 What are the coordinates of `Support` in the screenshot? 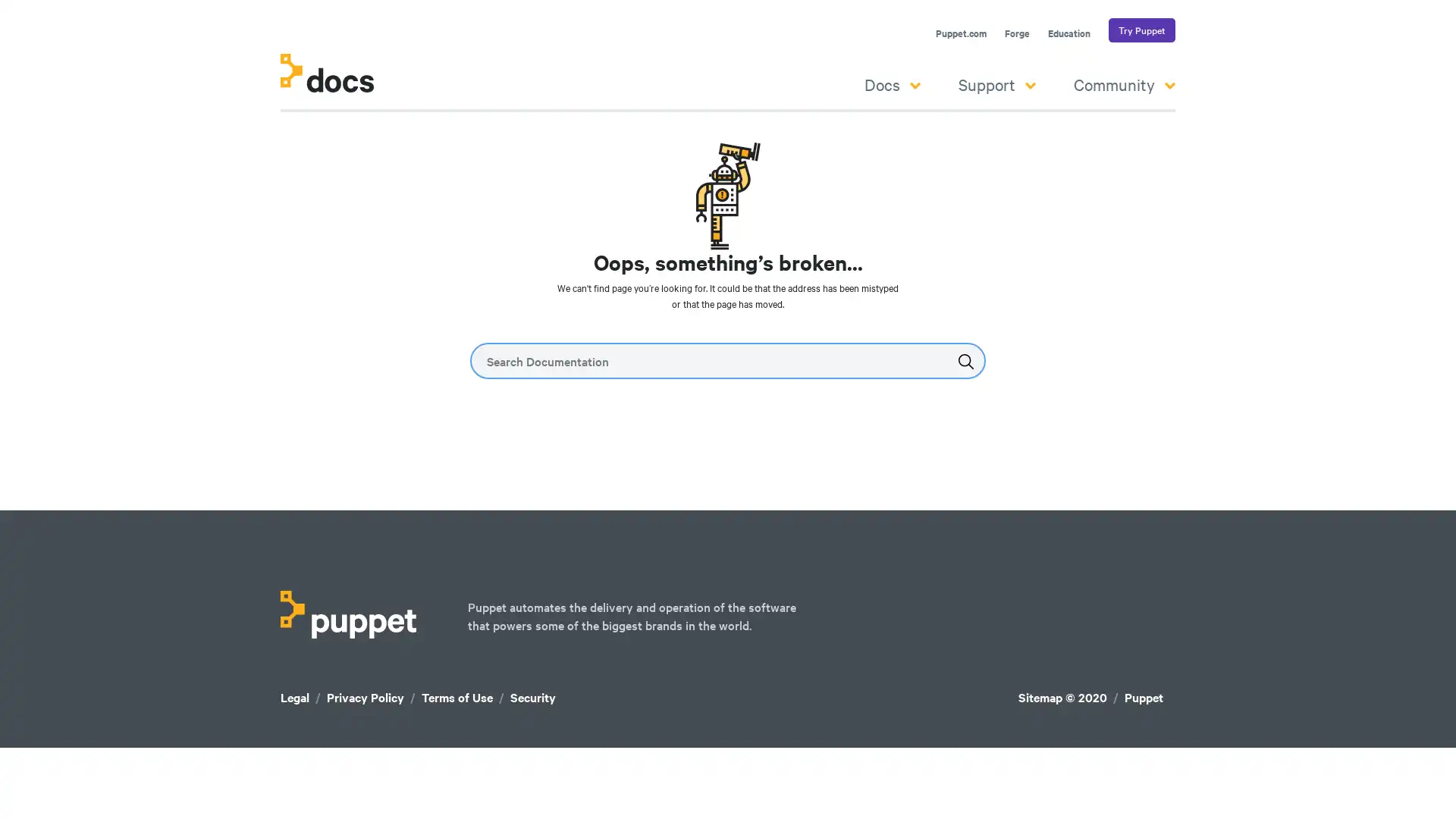 It's located at (997, 92).